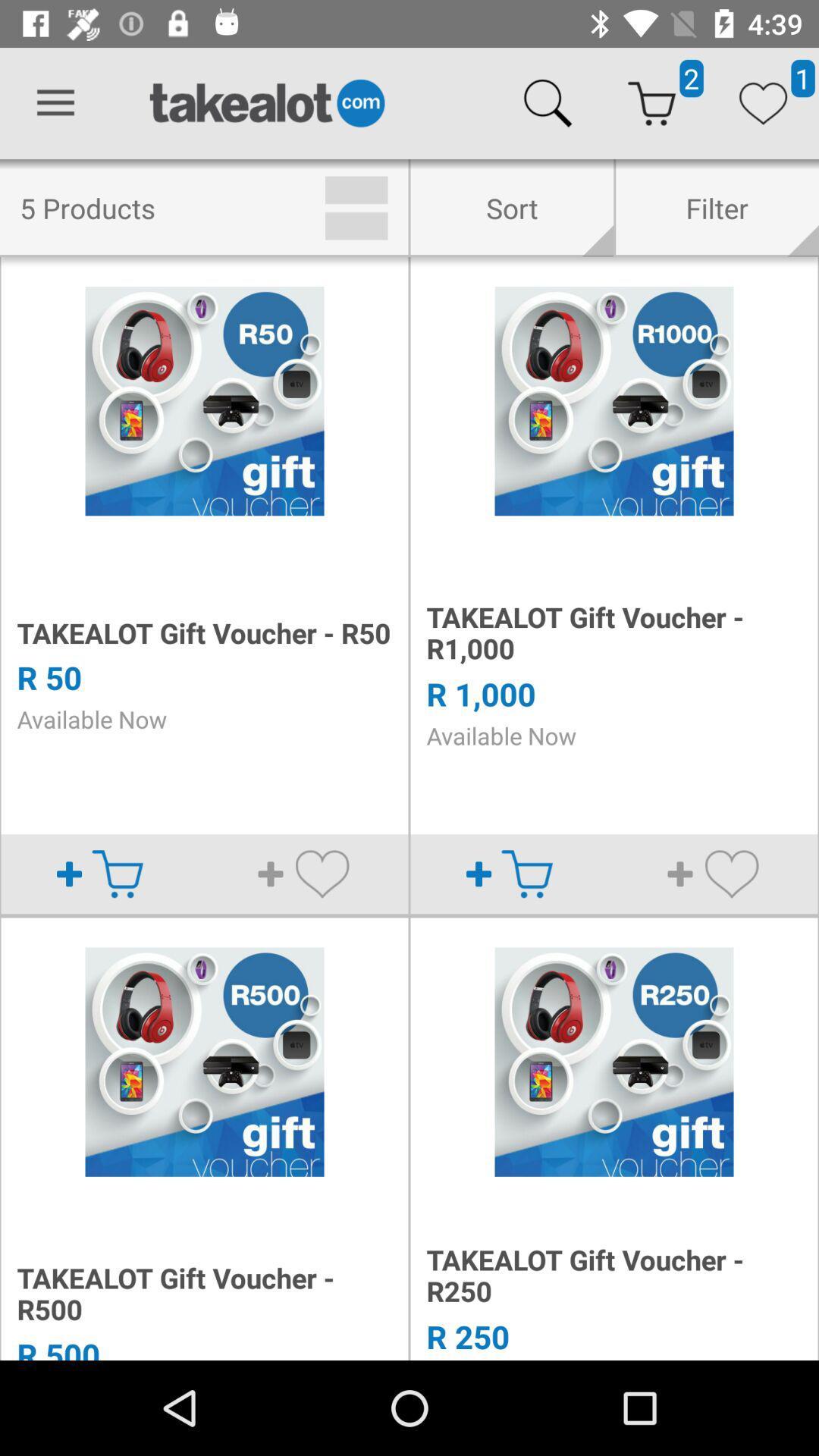 Image resolution: width=819 pixels, height=1456 pixels. Describe the element at coordinates (356, 207) in the screenshot. I see `the icon to the left of sort` at that location.